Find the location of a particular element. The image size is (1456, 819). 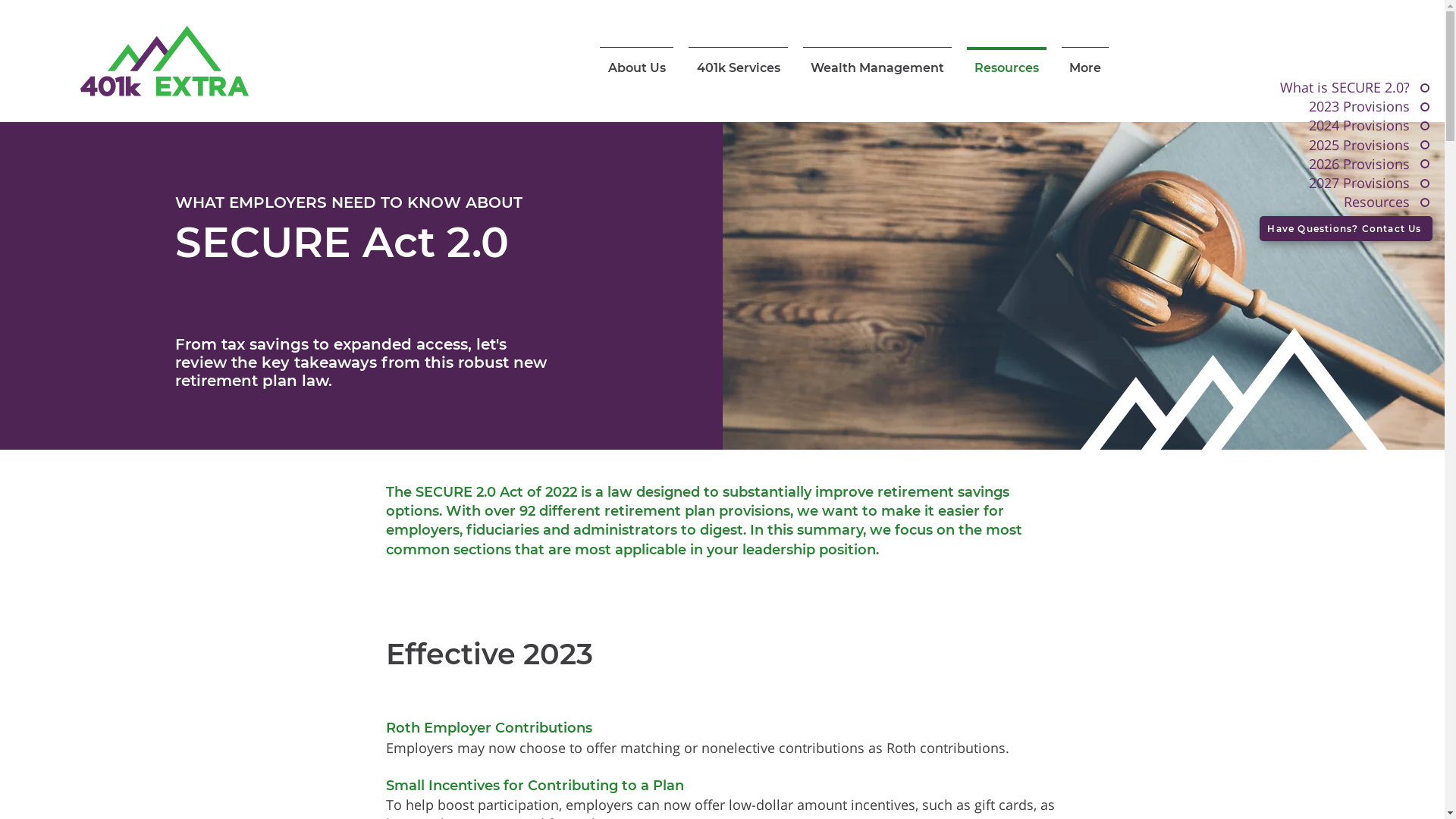

'401k Services' is located at coordinates (738, 60).